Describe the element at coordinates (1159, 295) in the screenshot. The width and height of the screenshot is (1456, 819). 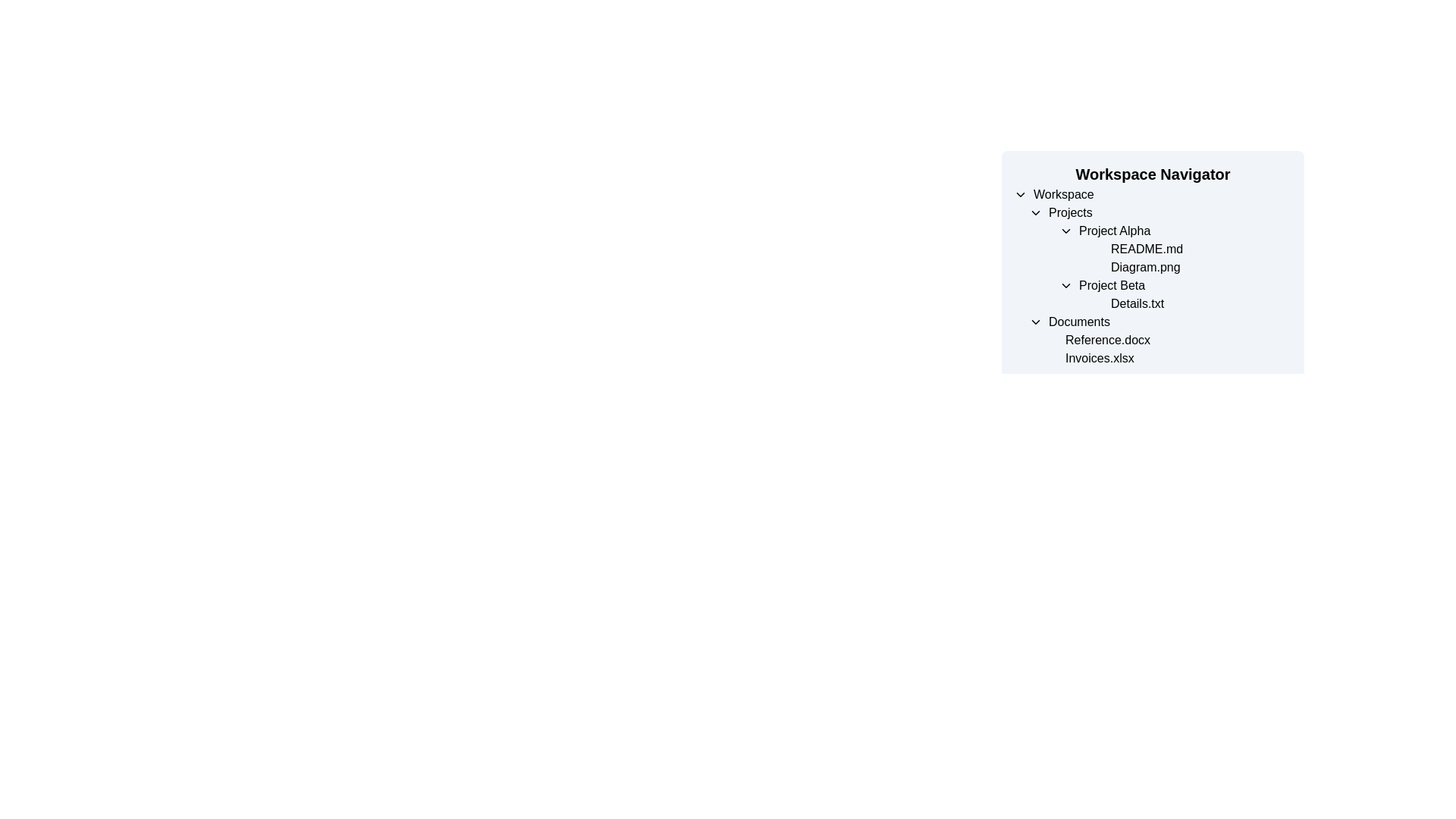
I see `the text label displaying 'Details.txt', which is indented under 'Project Beta' in the 'Workspace Navigator'` at that location.